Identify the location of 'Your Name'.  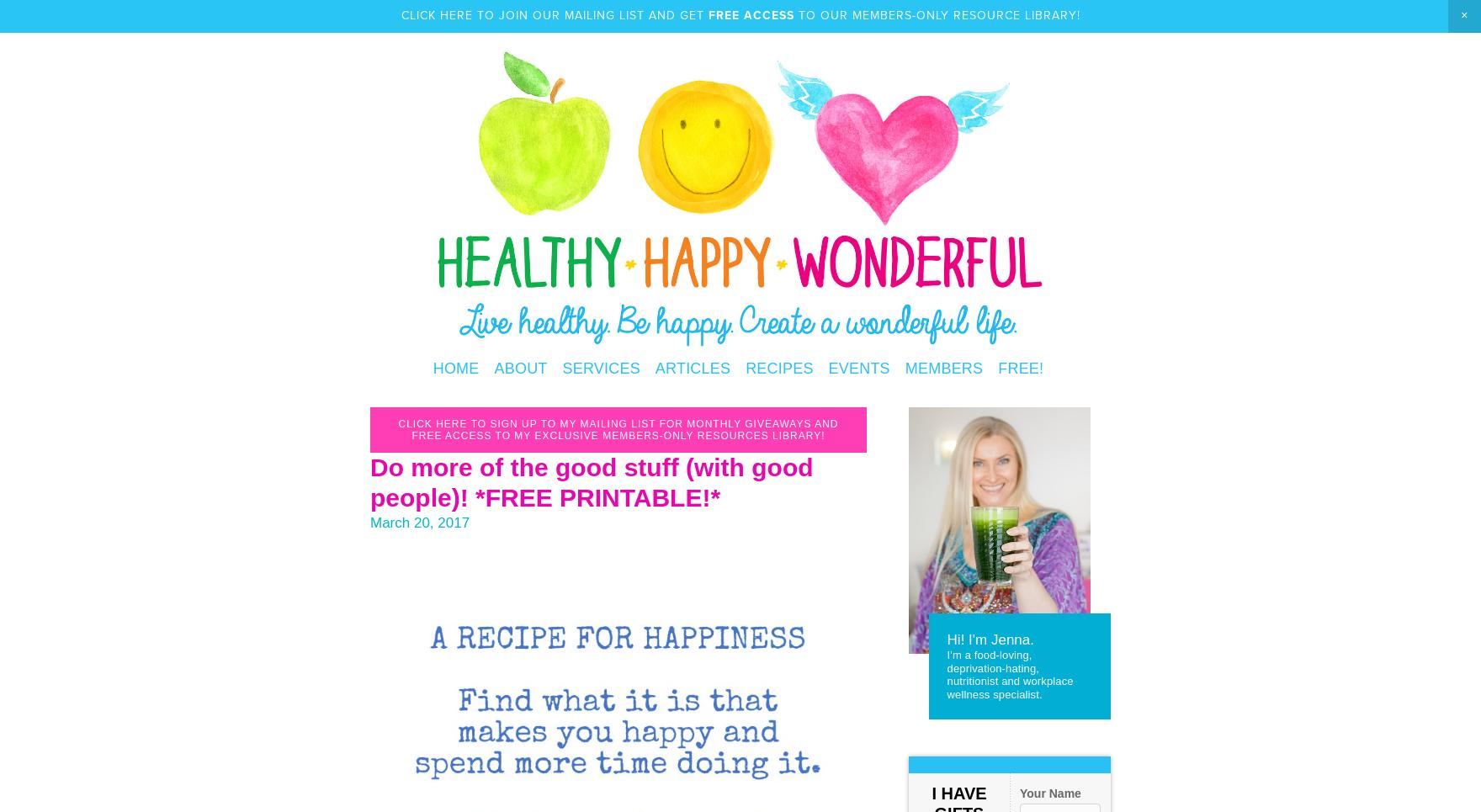
(1049, 793).